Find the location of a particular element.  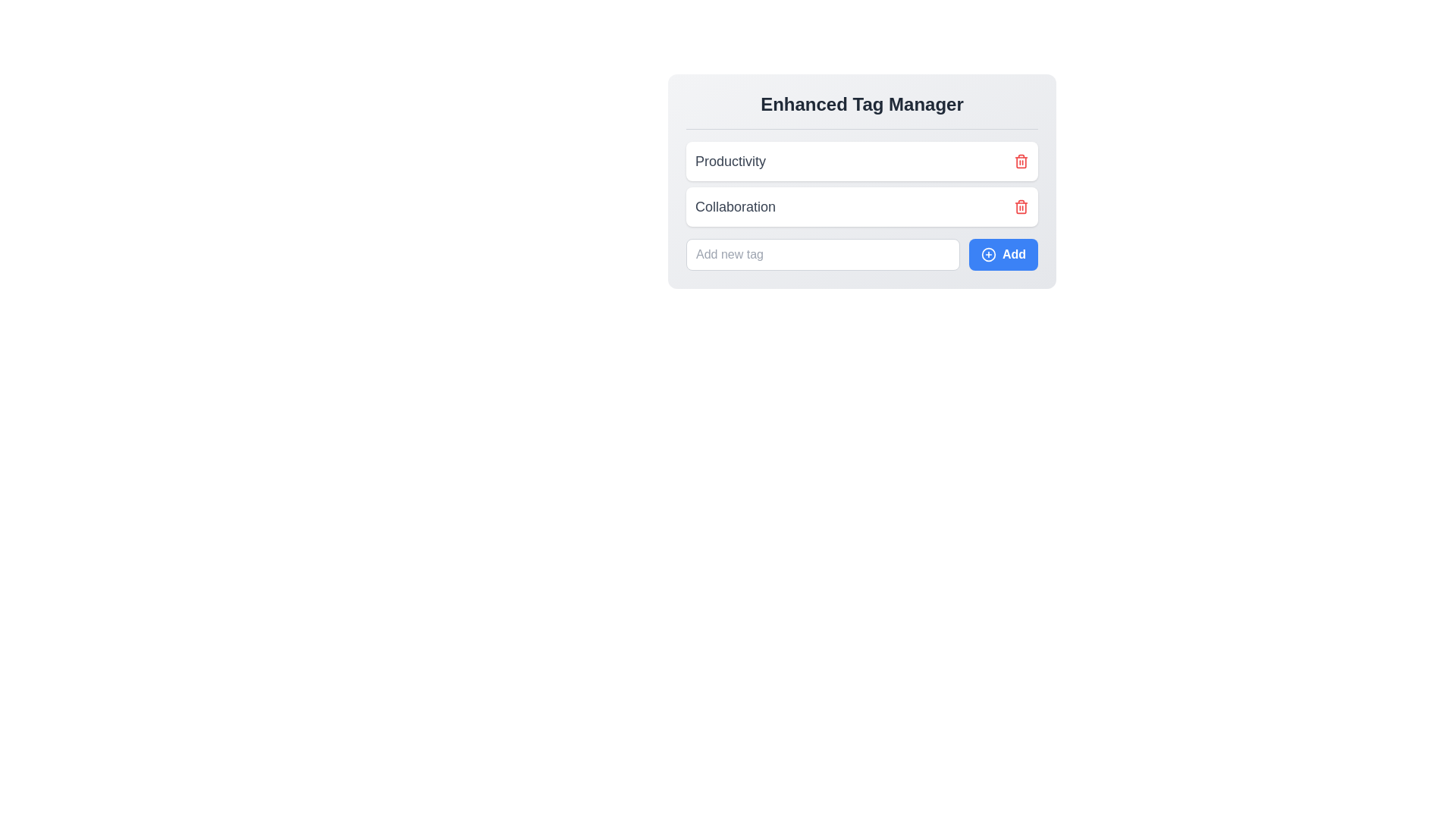

the delete button for the 'Productivity' tag, which is a trash icon located to the far right of the 'Productivity' label is located at coordinates (1021, 161).